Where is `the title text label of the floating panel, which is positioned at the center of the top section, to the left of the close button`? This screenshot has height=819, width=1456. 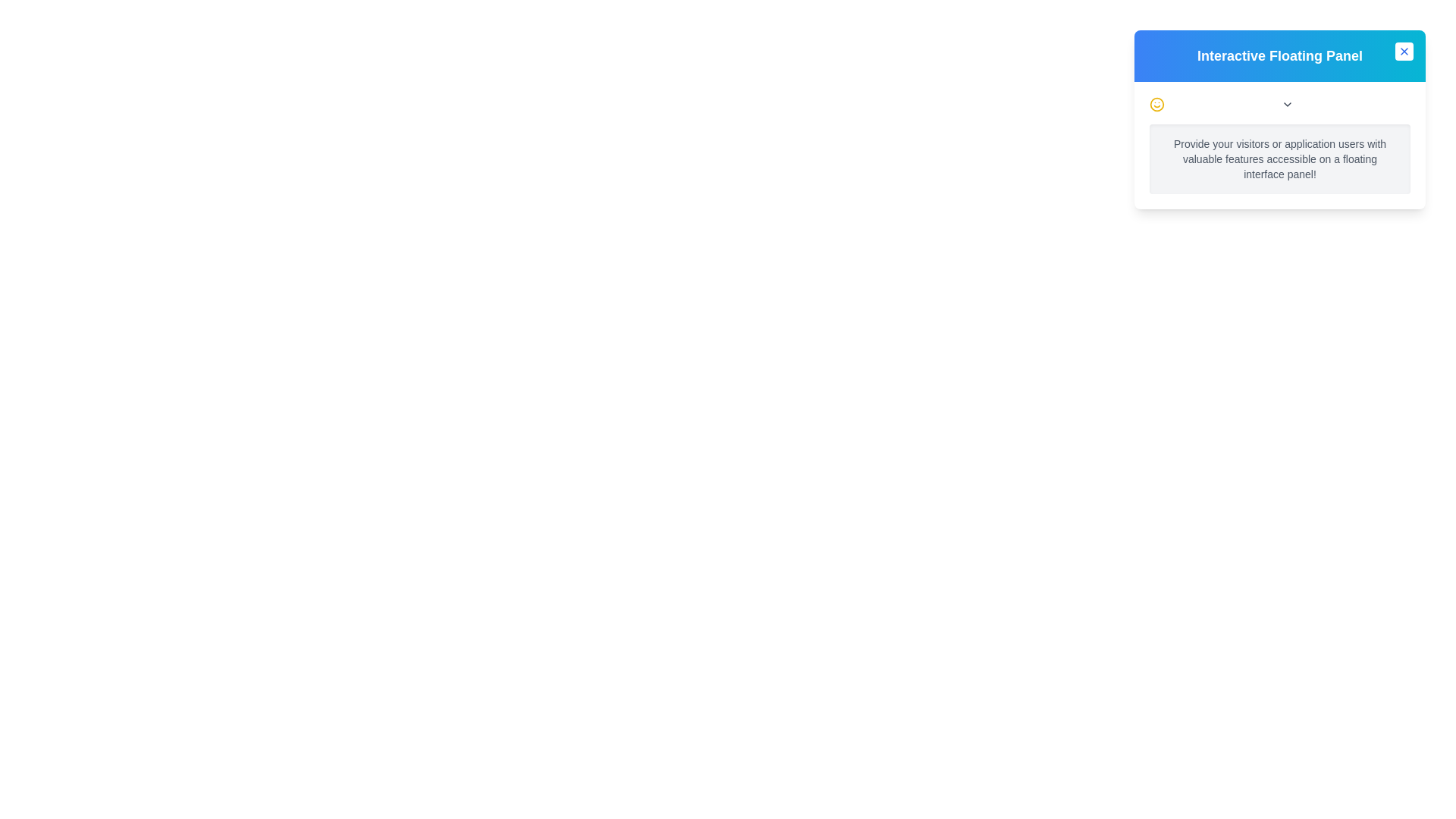 the title text label of the floating panel, which is positioned at the center of the top section, to the left of the close button is located at coordinates (1279, 55).